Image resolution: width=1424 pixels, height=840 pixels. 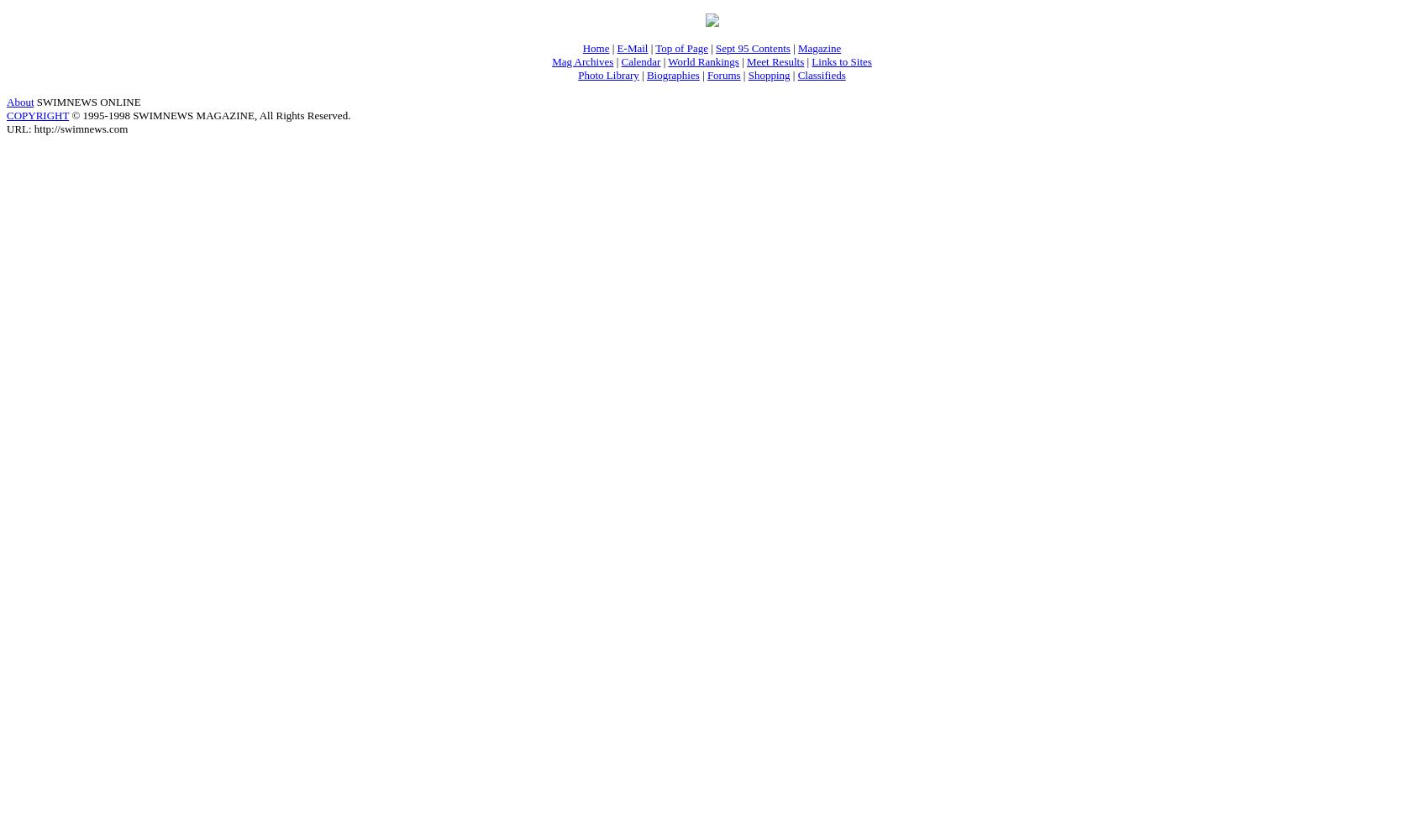 I want to click on 'E-Mail', so click(x=631, y=47).